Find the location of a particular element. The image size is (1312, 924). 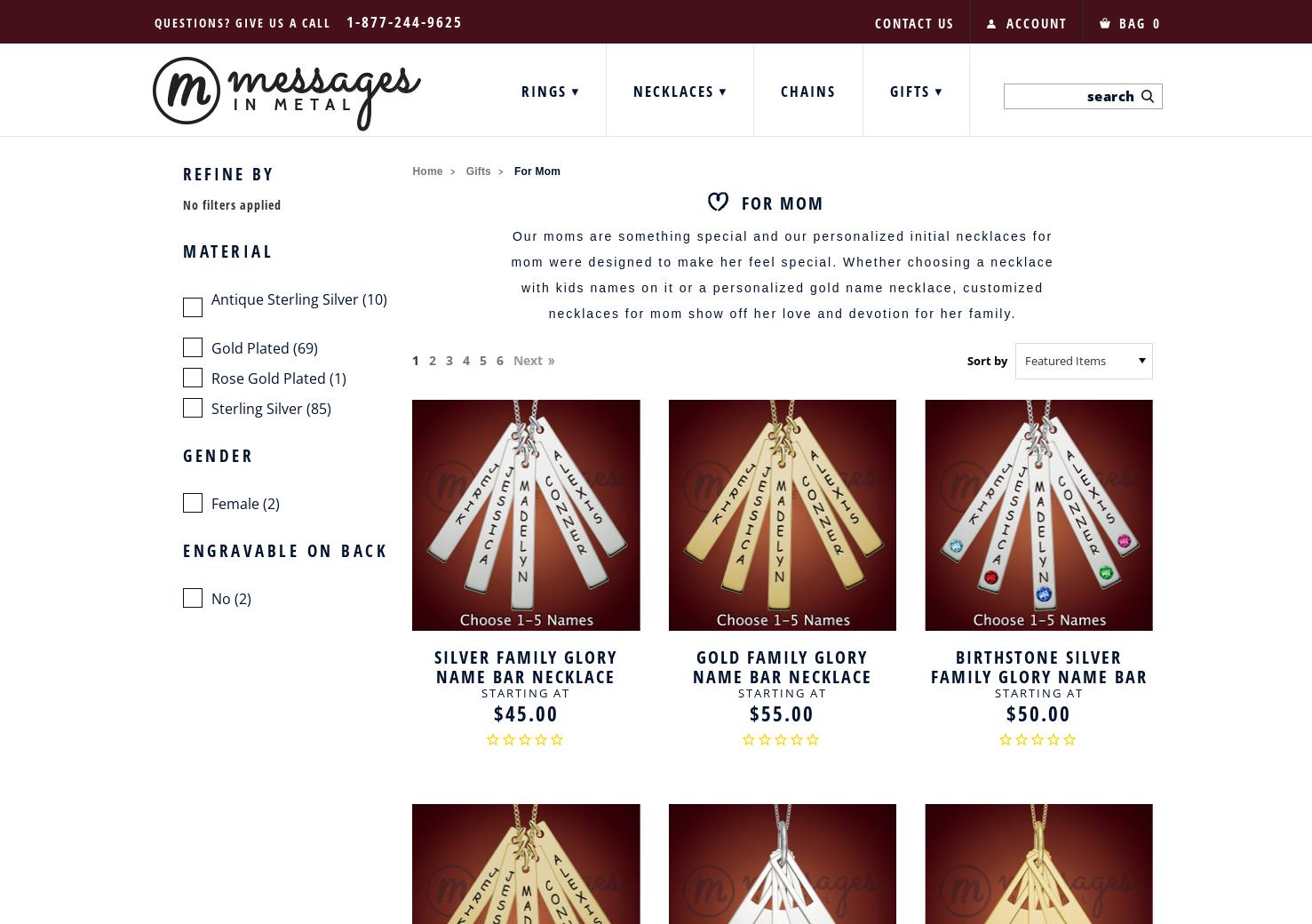

'Home' is located at coordinates (427, 171).